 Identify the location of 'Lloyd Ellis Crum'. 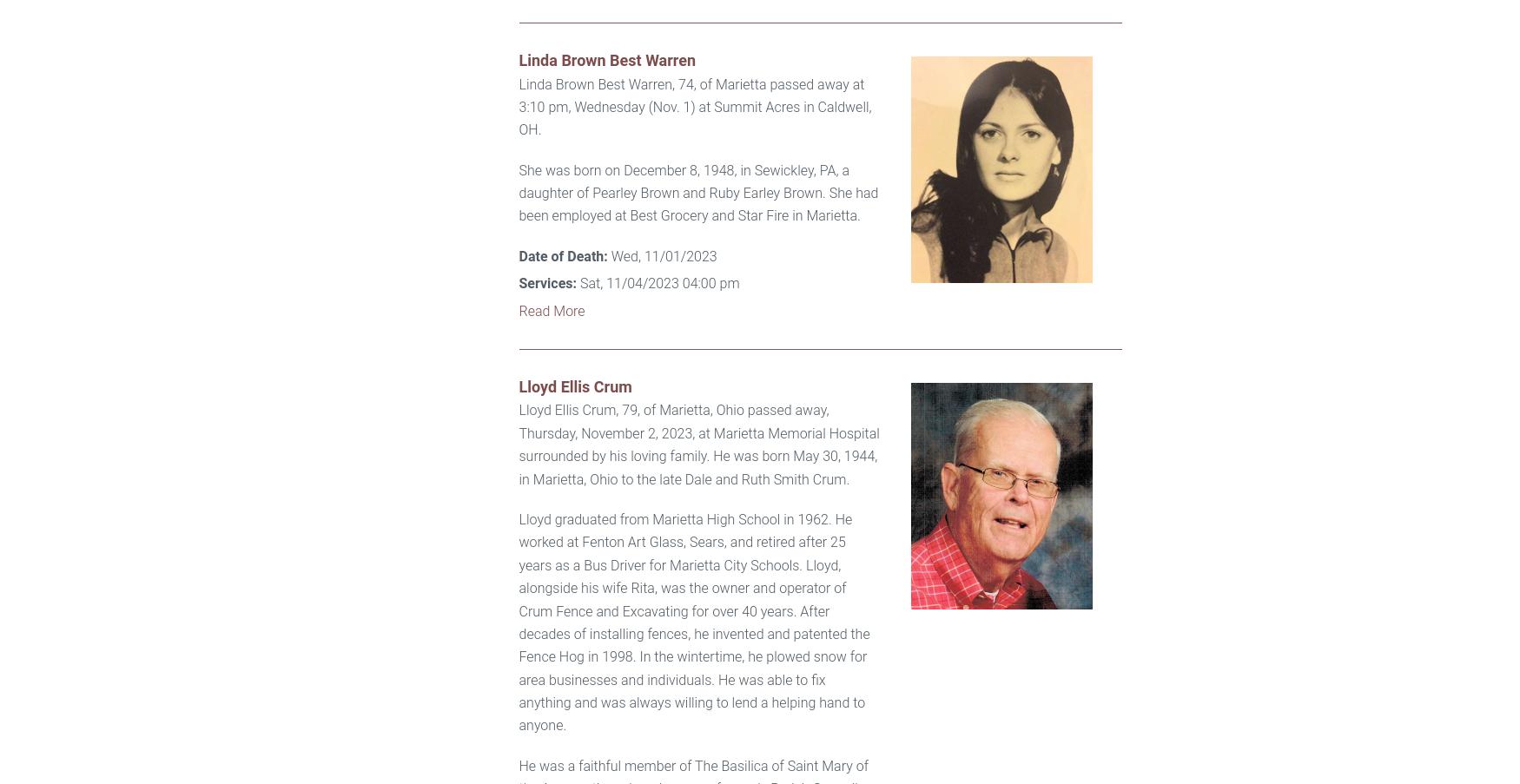
(574, 385).